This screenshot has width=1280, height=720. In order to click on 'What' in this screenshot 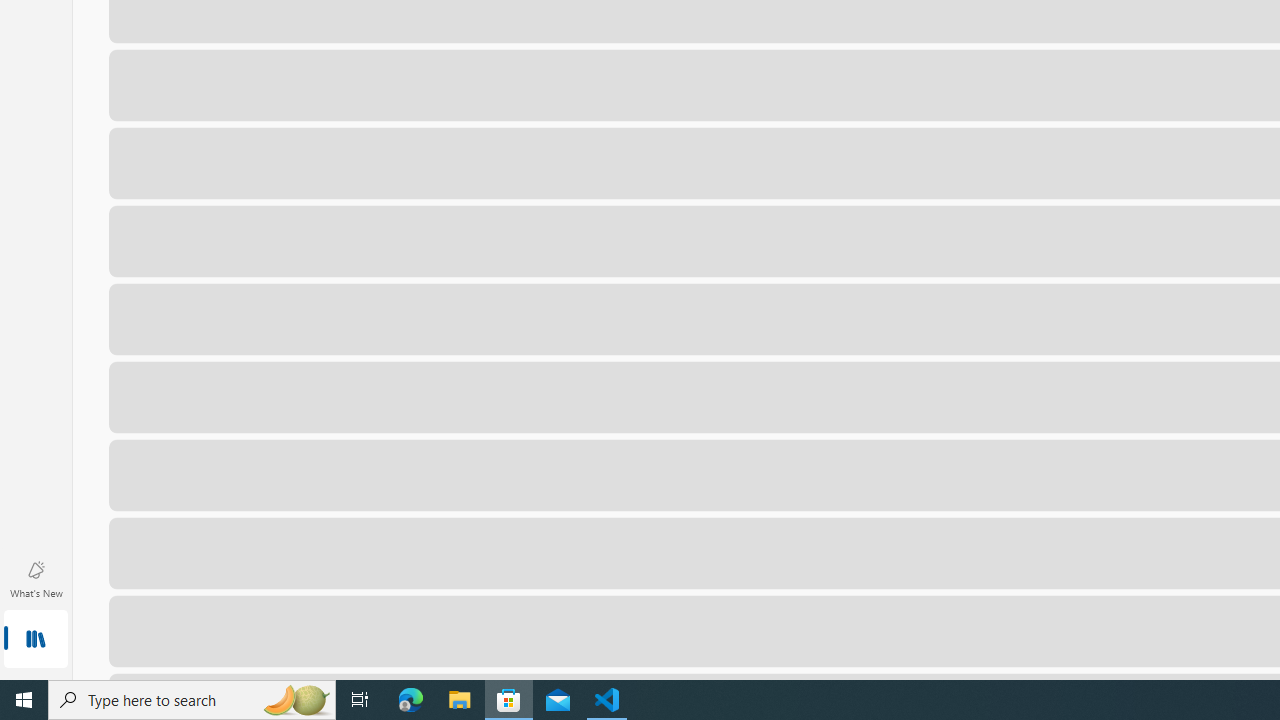, I will do `click(35, 578)`.